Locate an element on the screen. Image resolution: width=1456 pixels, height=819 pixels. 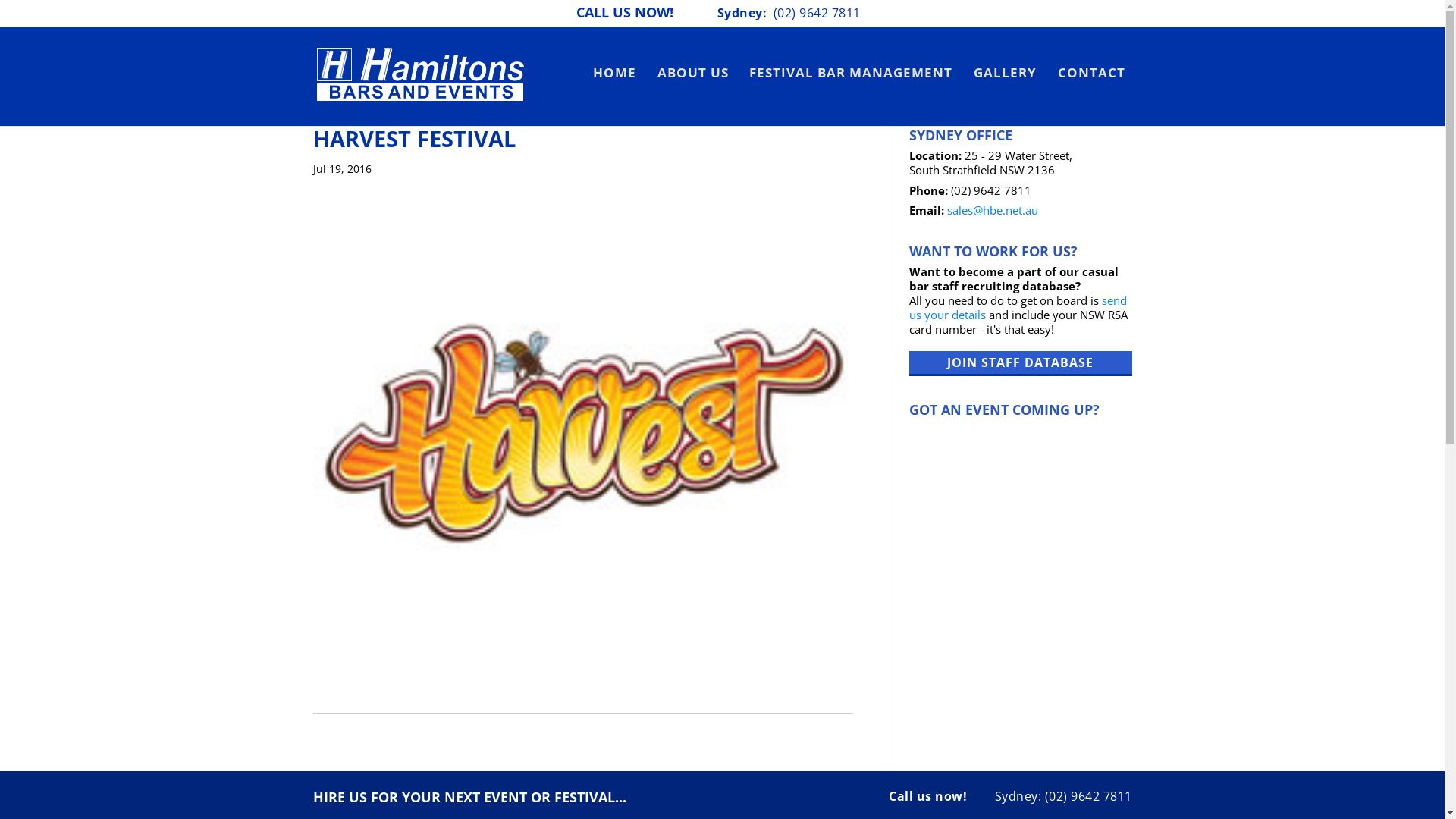
'HOME' is located at coordinates (614, 74).